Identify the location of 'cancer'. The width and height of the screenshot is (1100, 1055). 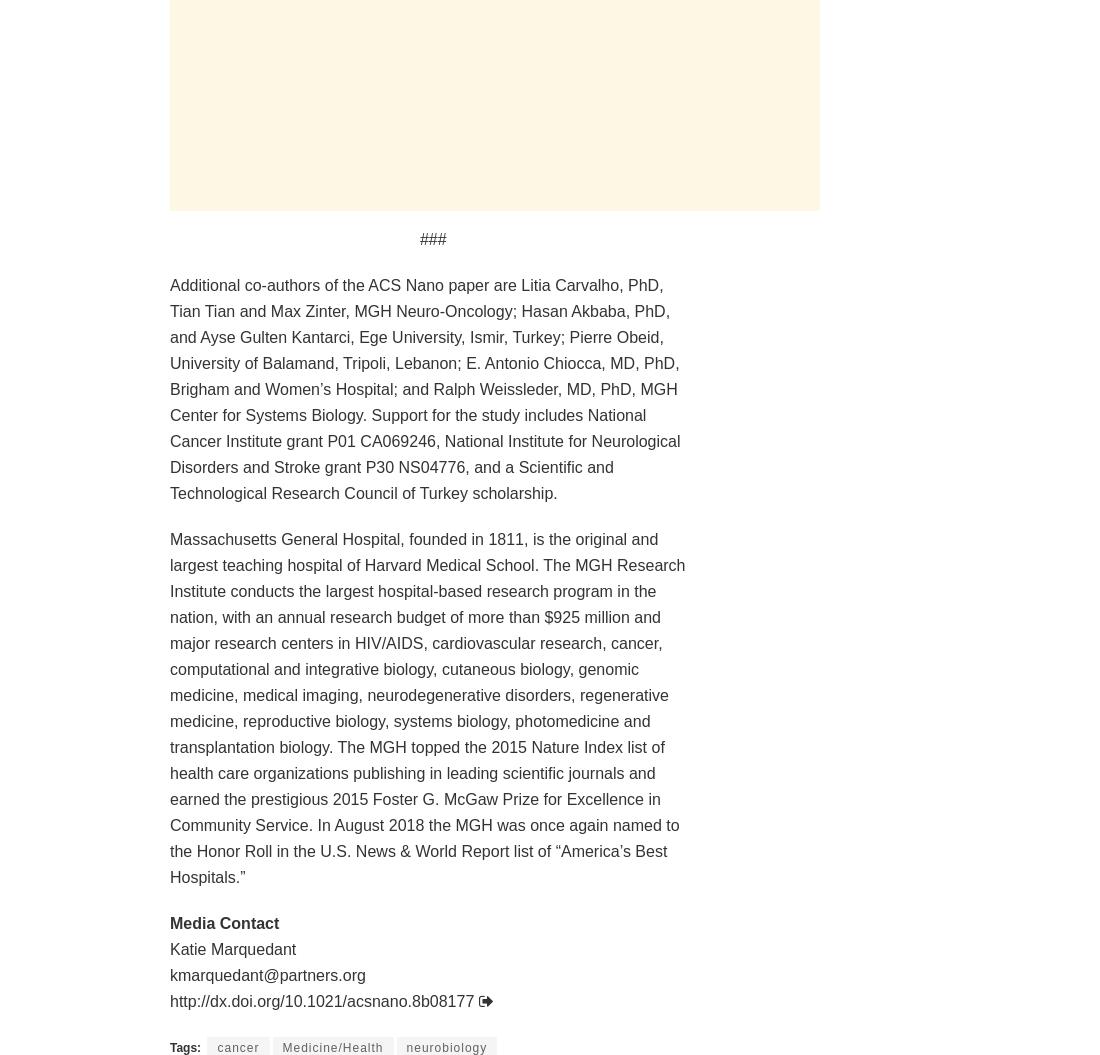
(238, 1045).